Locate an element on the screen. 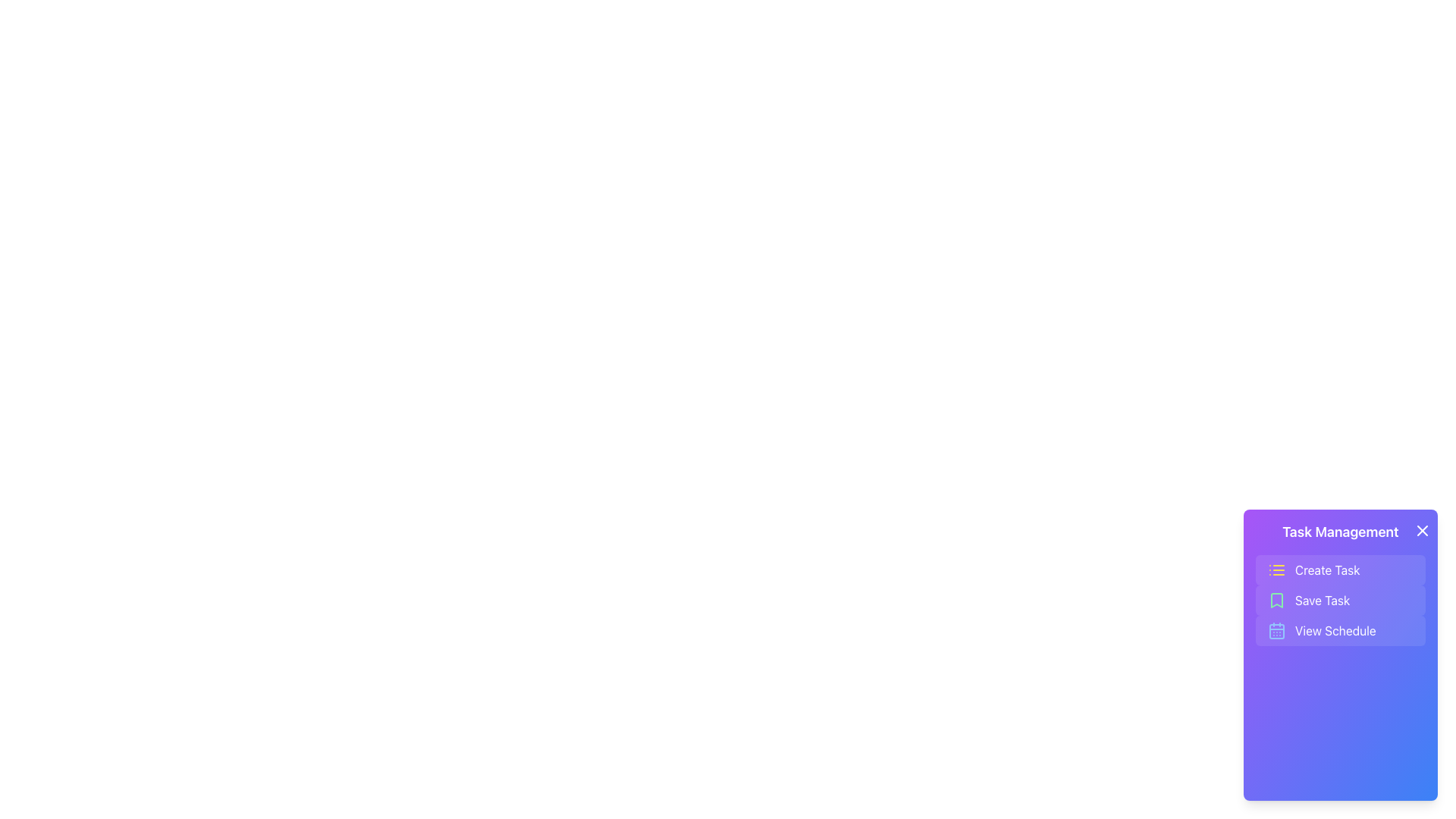 This screenshot has width=1456, height=819. the green outlined bookmark icon located to the left of the 'Save Task' text is located at coordinates (1276, 599).